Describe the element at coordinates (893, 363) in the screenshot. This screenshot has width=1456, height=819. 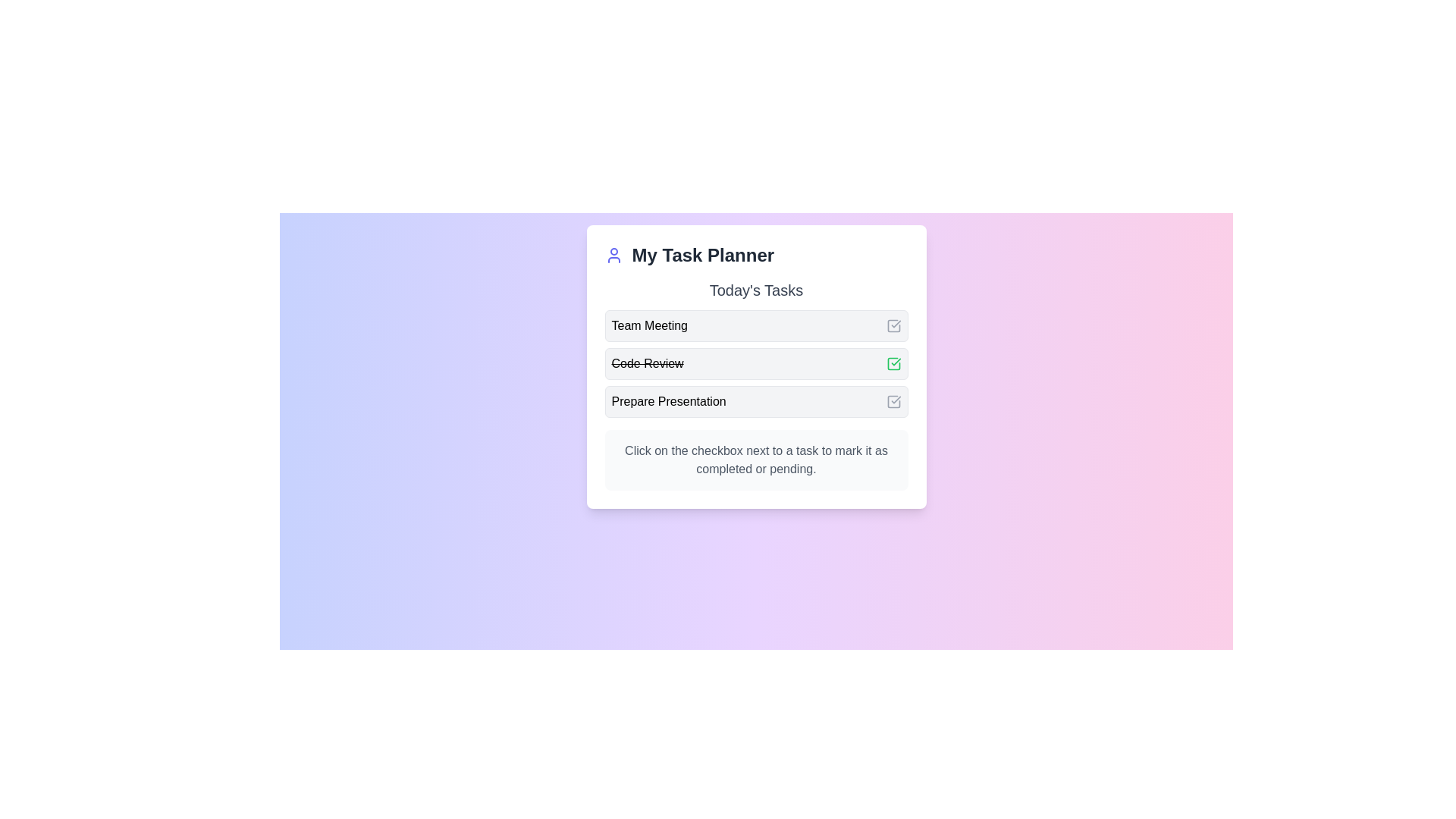
I see `the structural frame of the checkbox located in the green checkbox next to the task named 'Code Review'` at that location.